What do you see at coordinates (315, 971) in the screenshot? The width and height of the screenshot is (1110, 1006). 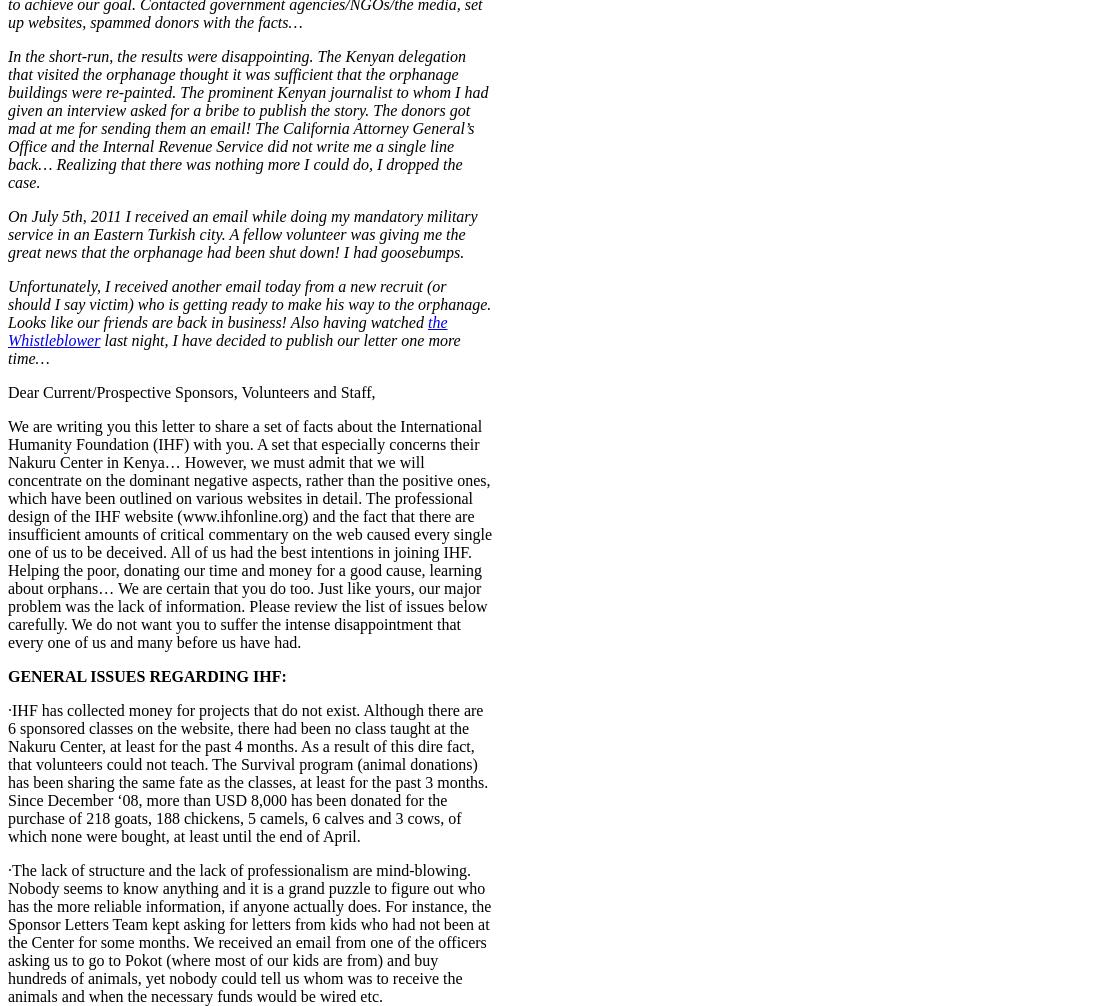 I see `'Comment'` at bounding box center [315, 971].